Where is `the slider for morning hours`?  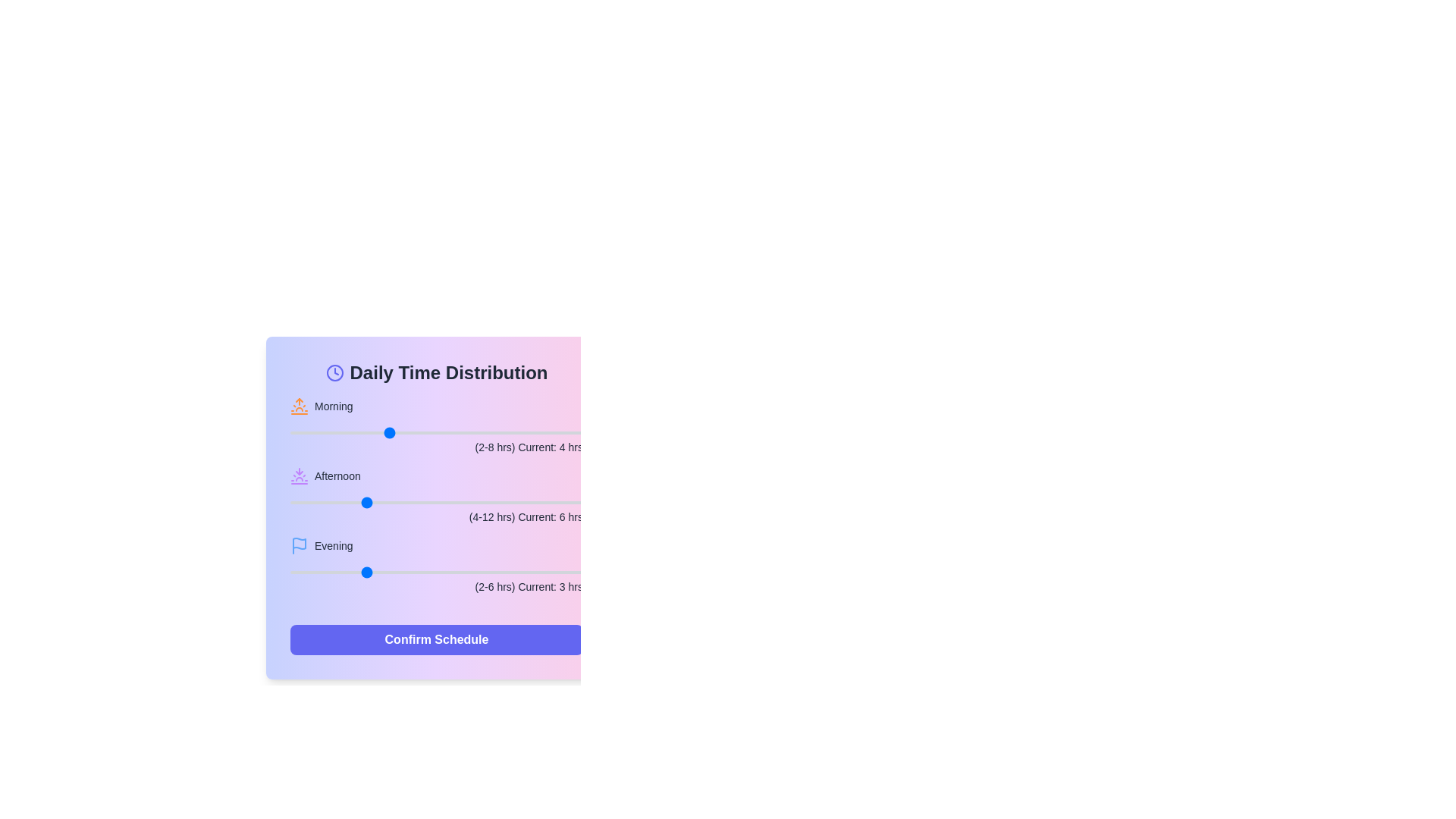
the slider for morning hours is located at coordinates (485, 432).